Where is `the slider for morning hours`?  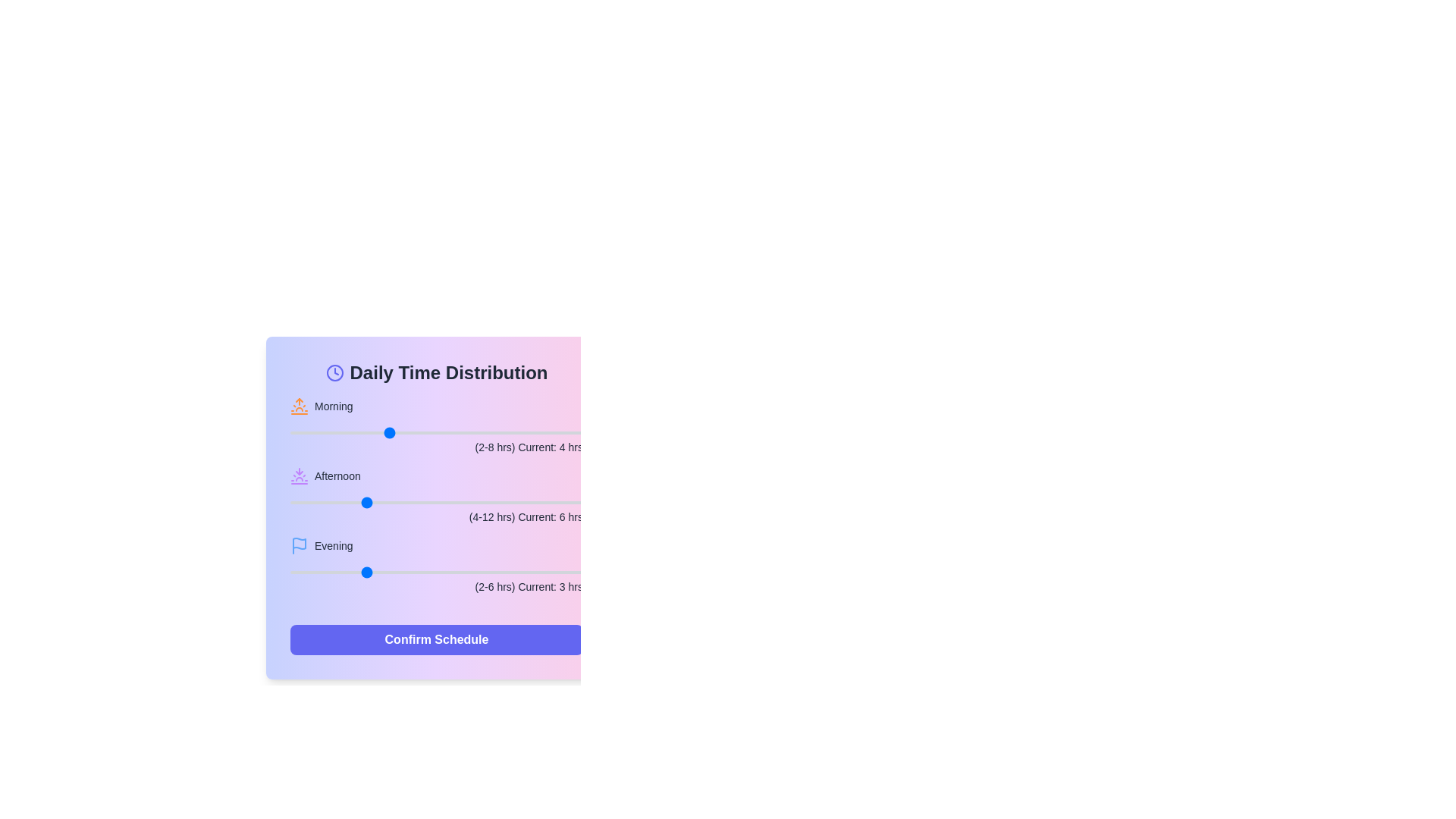
the slider for morning hours is located at coordinates (485, 432).